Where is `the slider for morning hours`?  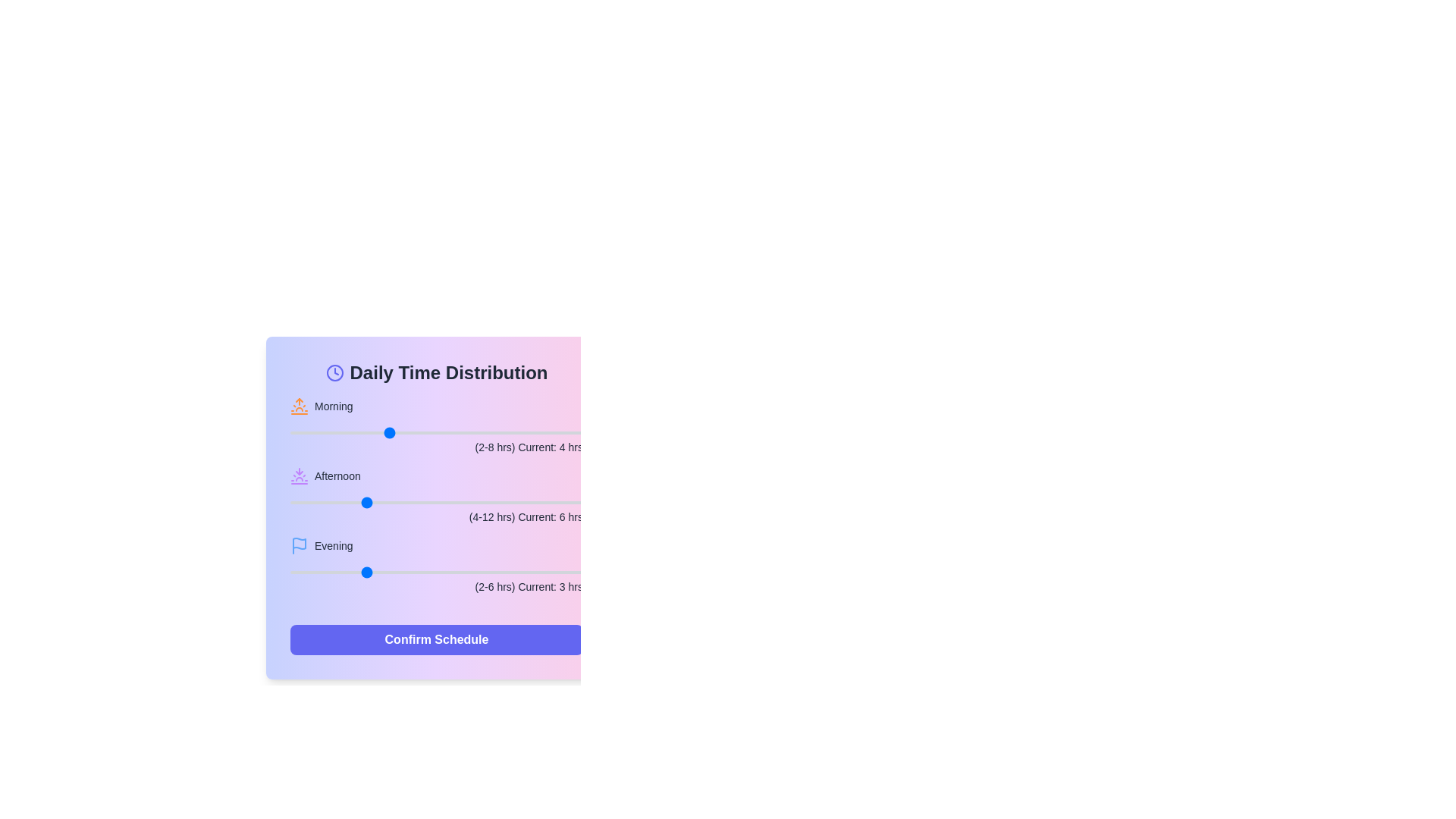
the slider for morning hours is located at coordinates (485, 432).